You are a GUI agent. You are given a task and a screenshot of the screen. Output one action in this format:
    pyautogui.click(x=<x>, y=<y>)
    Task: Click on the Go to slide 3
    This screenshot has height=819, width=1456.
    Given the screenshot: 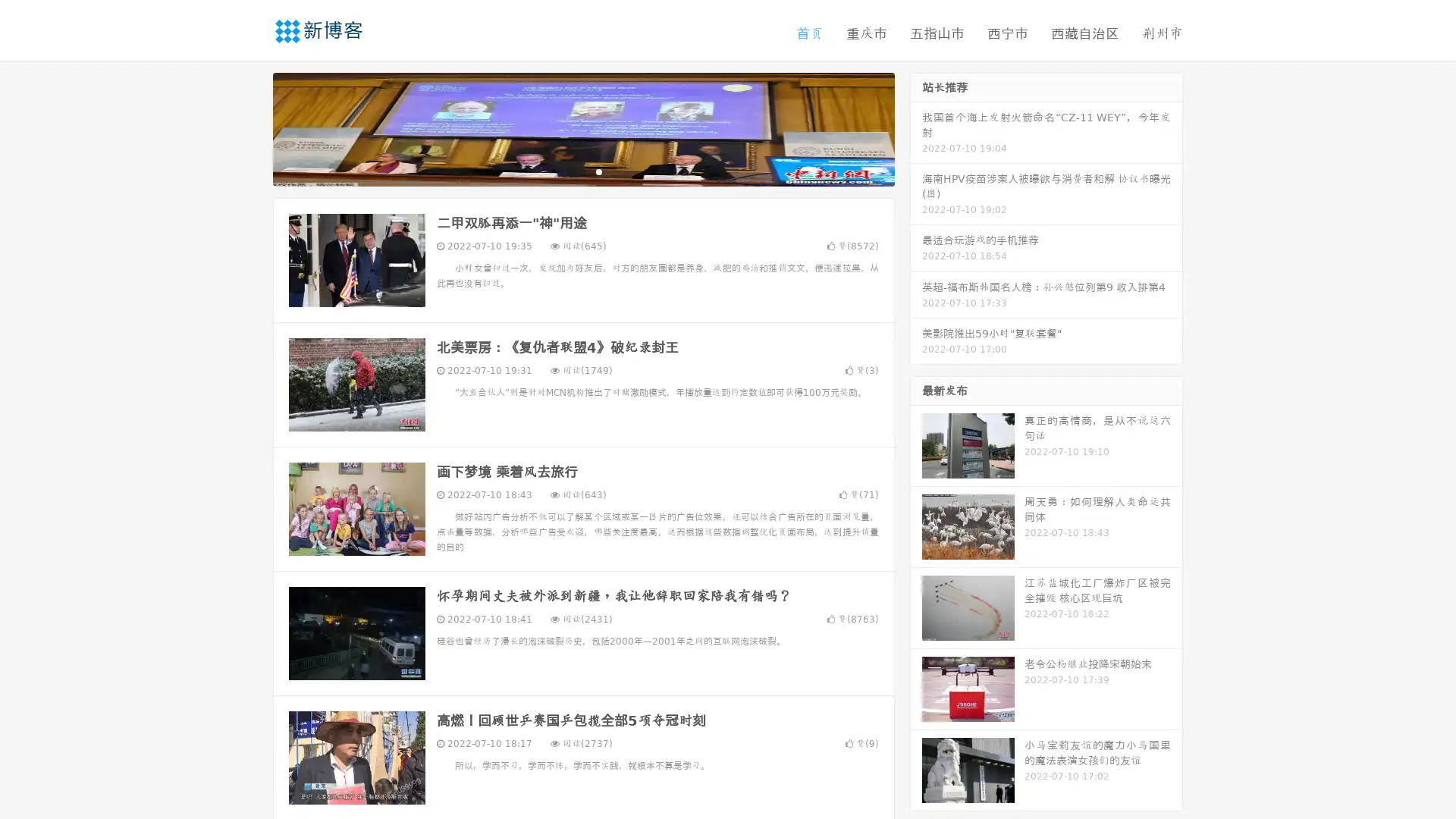 What is the action you would take?
    pyautogui.click(x=598, y=171)
    